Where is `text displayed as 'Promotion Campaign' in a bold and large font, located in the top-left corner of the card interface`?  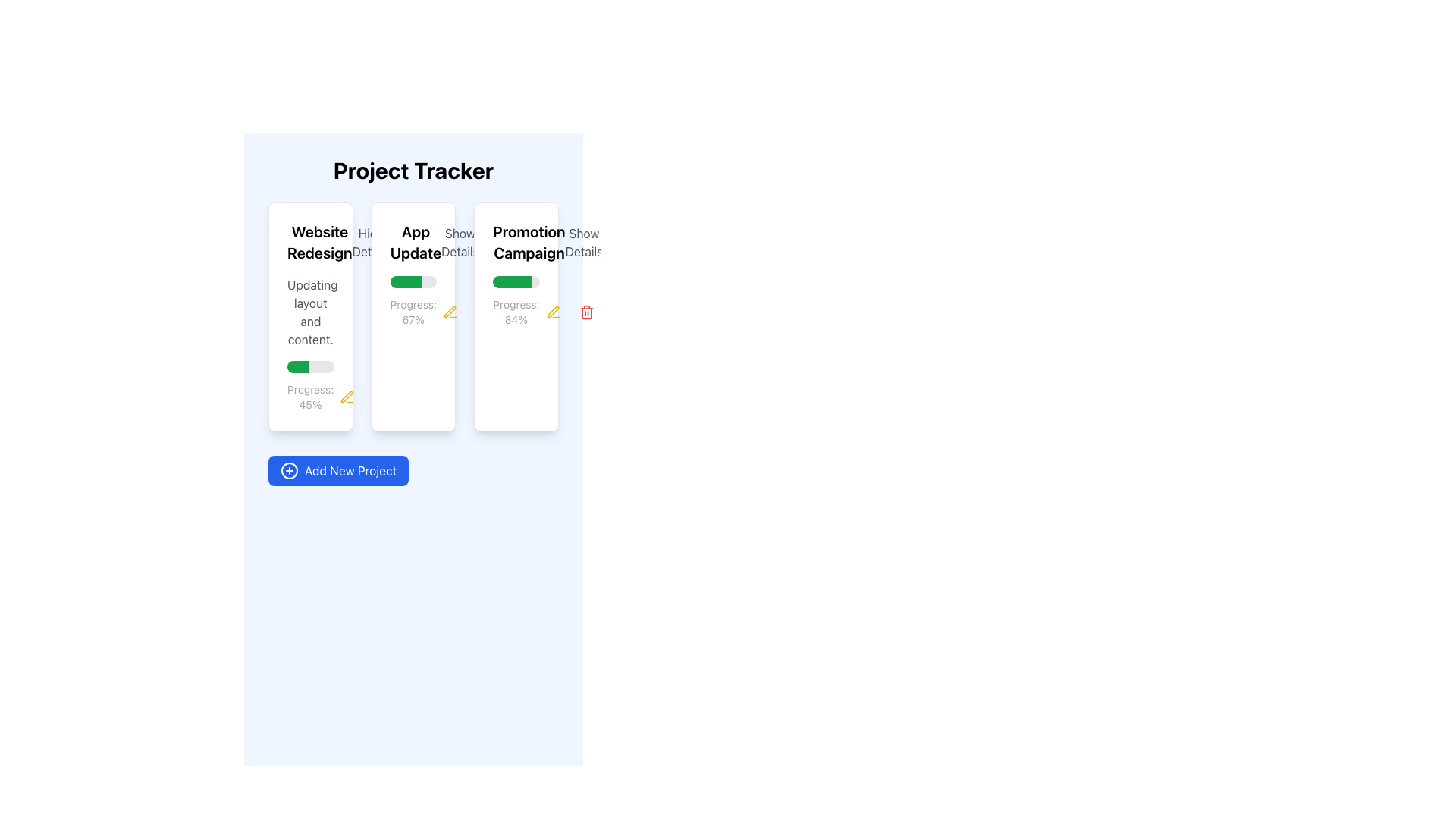 text displayed as 'Promotion Campaign' in a bold and large font, located in the top-left corner of the card interface is located at coordinates (516, 242).